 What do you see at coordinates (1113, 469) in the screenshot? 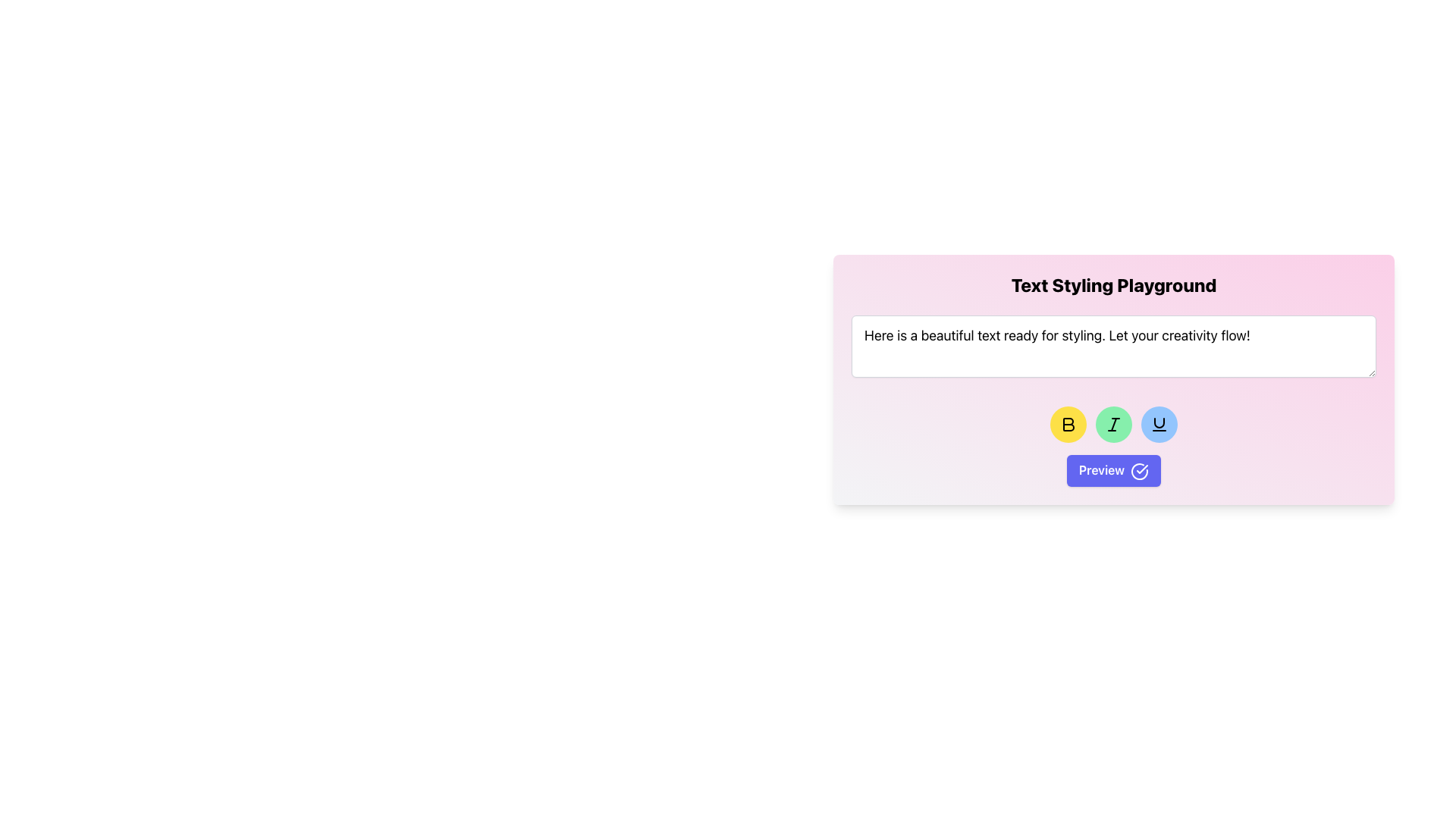
I see `the preview button located at the lower center of the pink box labeled 'Text Styling Playground'` at bounding box center [1113, 469].